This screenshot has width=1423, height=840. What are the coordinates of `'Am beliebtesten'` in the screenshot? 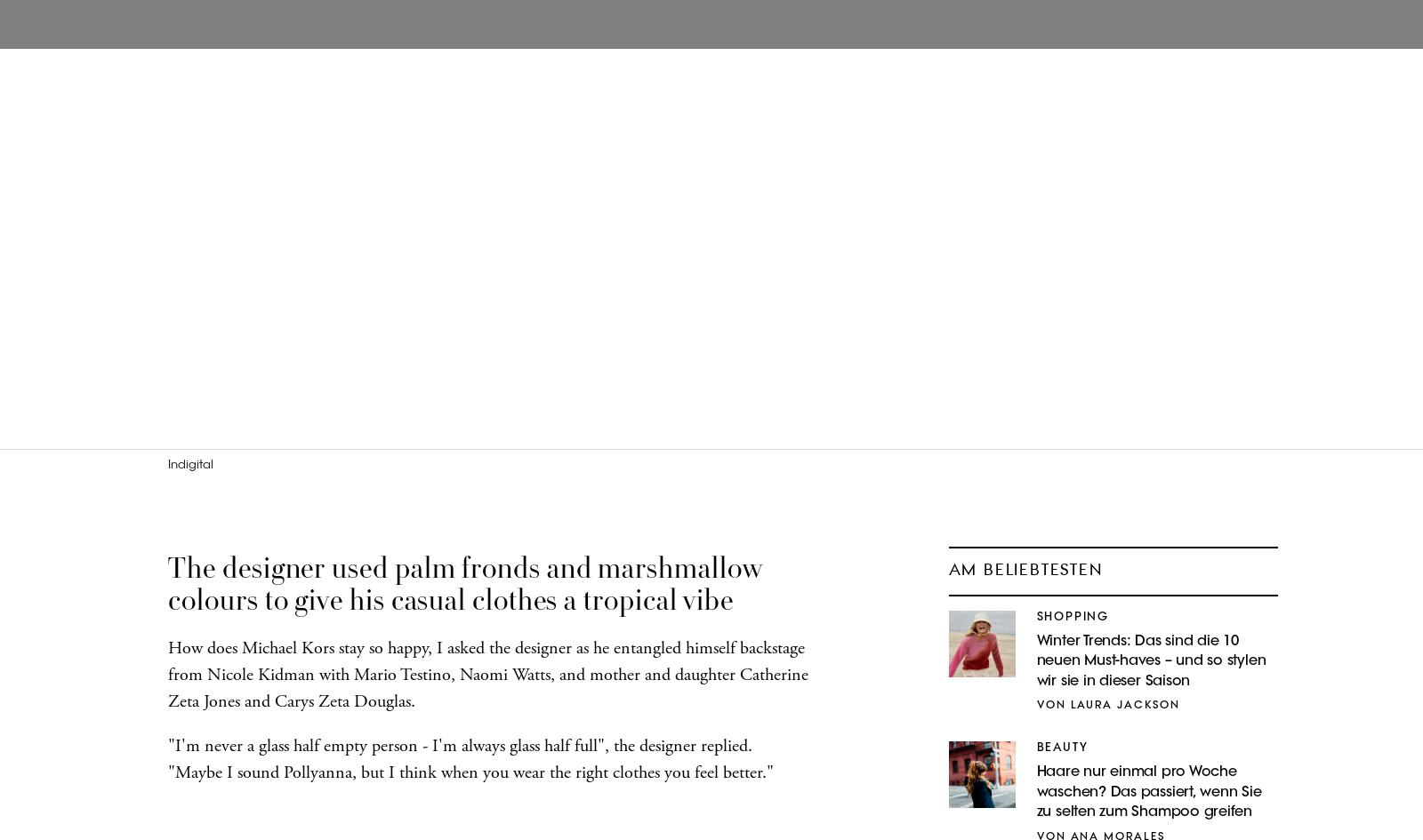 It's located at (1025, 569).